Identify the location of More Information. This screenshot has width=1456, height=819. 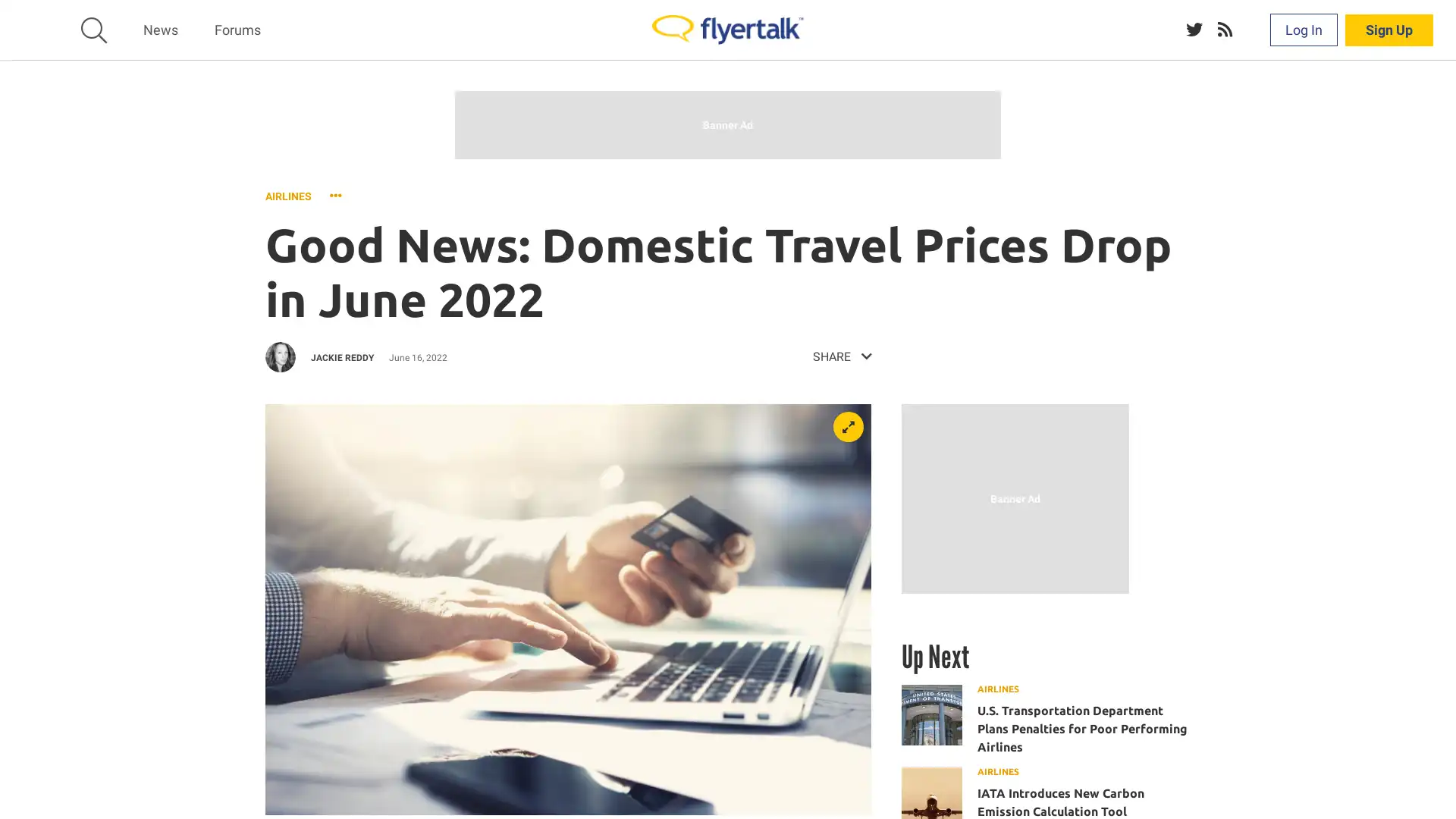
(854, 789).